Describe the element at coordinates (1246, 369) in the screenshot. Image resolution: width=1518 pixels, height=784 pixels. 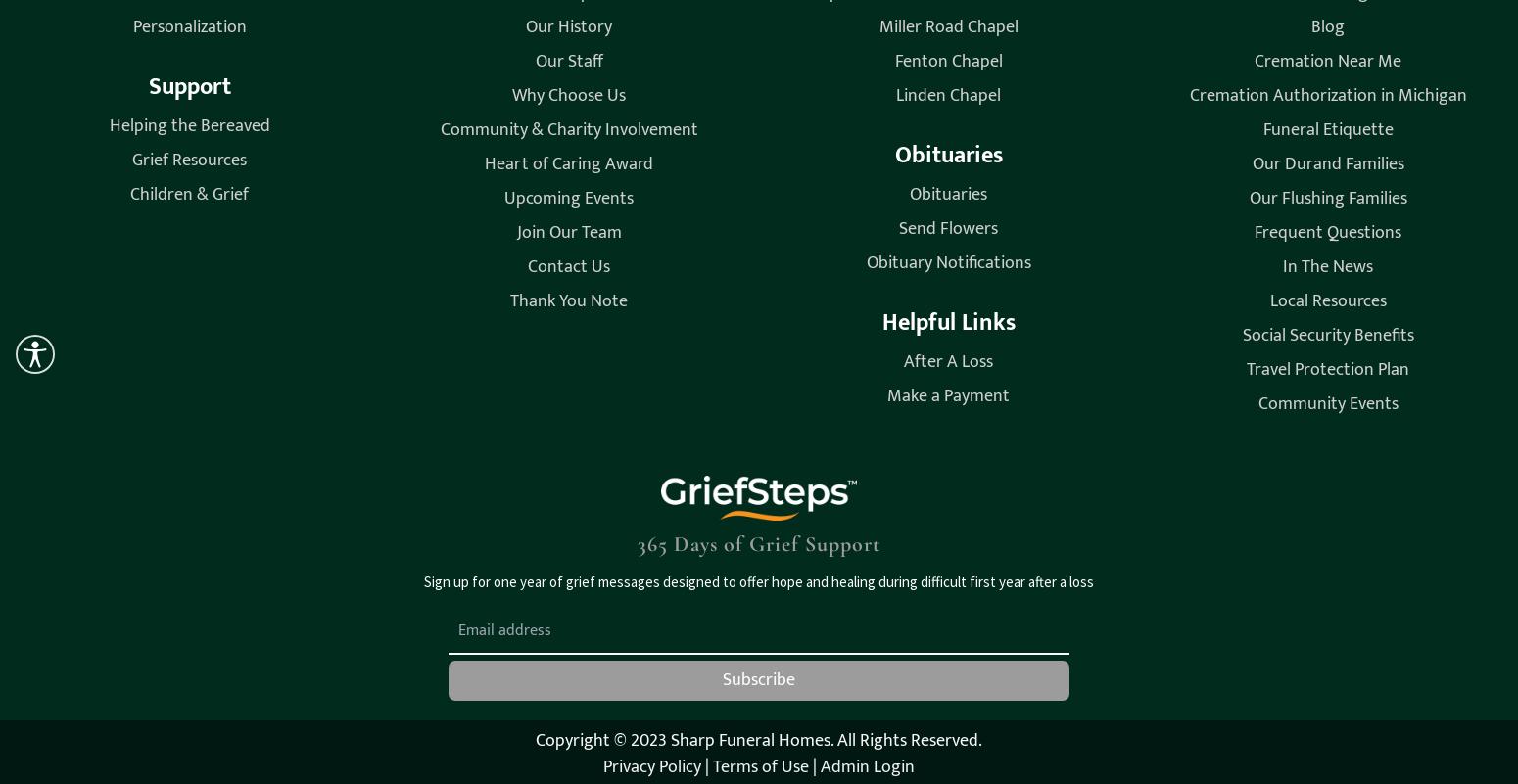
I see `'Travel Protection Plan'` at that location.